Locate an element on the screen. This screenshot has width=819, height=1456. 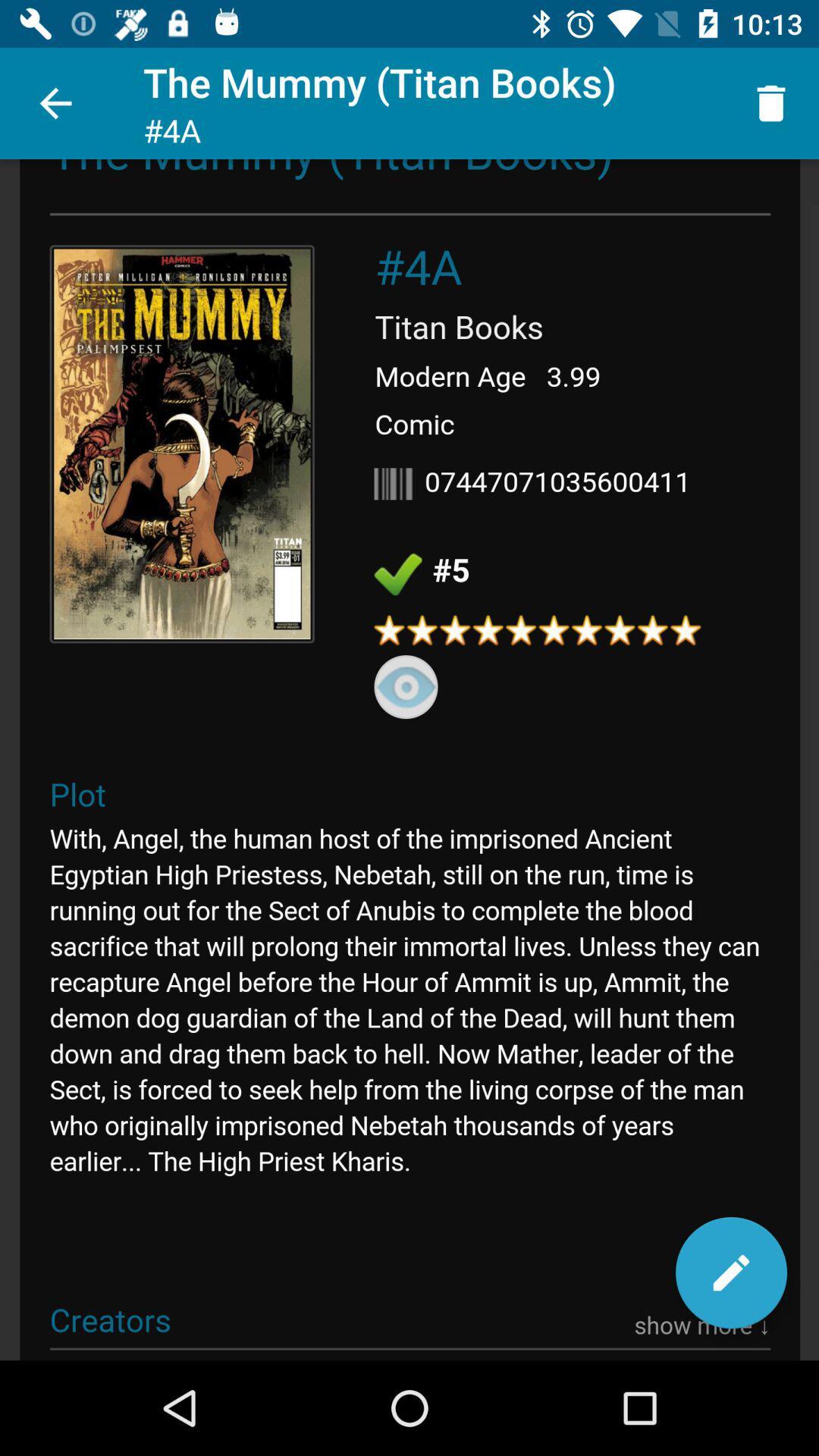
the item to the left of the the mummy titan is located at coordinates (55, 102).